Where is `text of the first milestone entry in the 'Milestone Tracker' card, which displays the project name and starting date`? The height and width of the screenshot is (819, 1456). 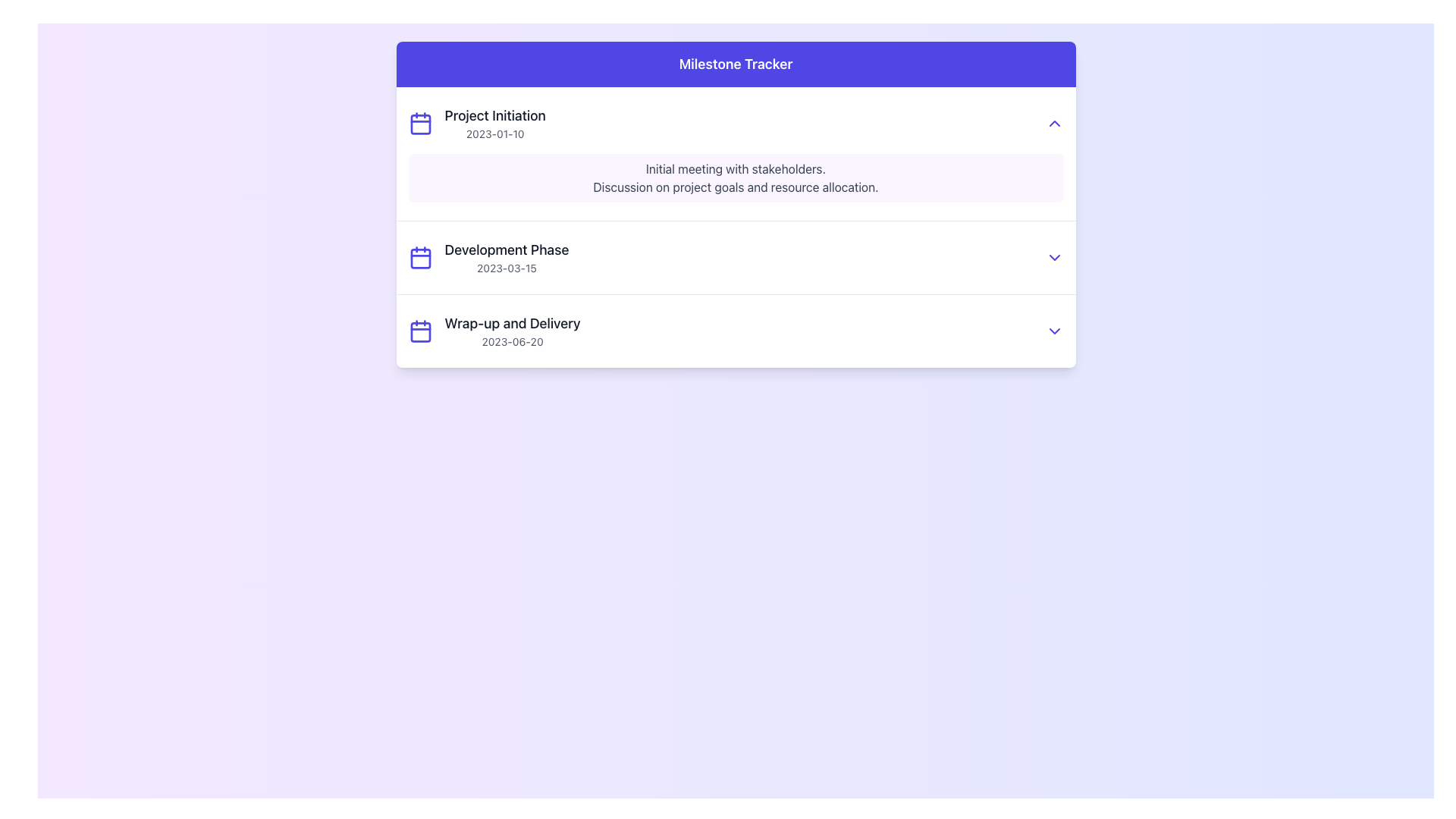
text of the first milestone entry in the 'Milestone Tracker' card, which displays the project name and starting date is located at coordinates (476, 122).